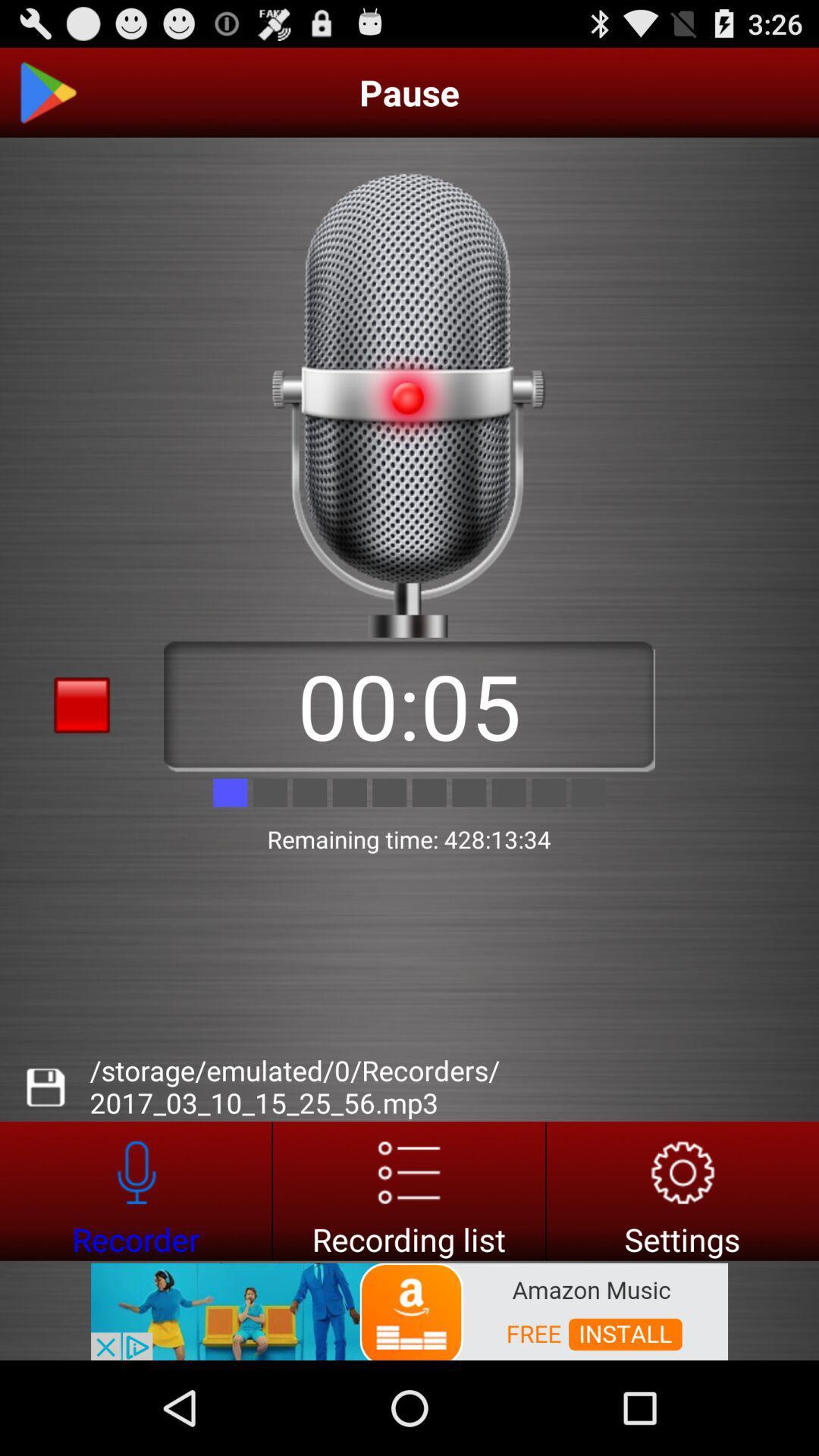 Image resolution: width=819 pixels, height=1456 pixels. What do you see at coordinates (135, 1190) in the screenshot?
I see `start recording` at bounding box center [135, 1190].